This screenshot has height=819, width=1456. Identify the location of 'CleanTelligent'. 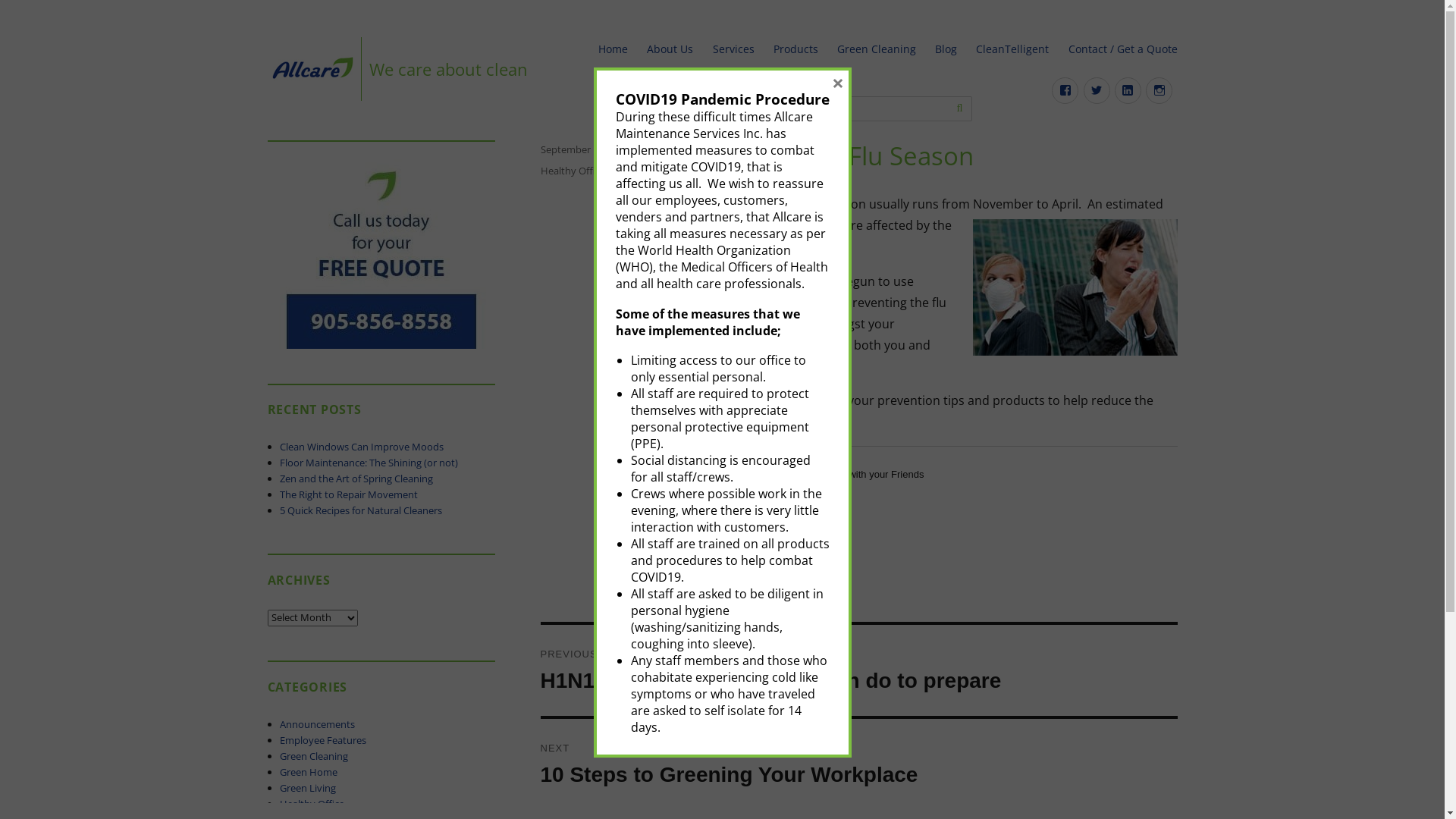
(1012, 49).